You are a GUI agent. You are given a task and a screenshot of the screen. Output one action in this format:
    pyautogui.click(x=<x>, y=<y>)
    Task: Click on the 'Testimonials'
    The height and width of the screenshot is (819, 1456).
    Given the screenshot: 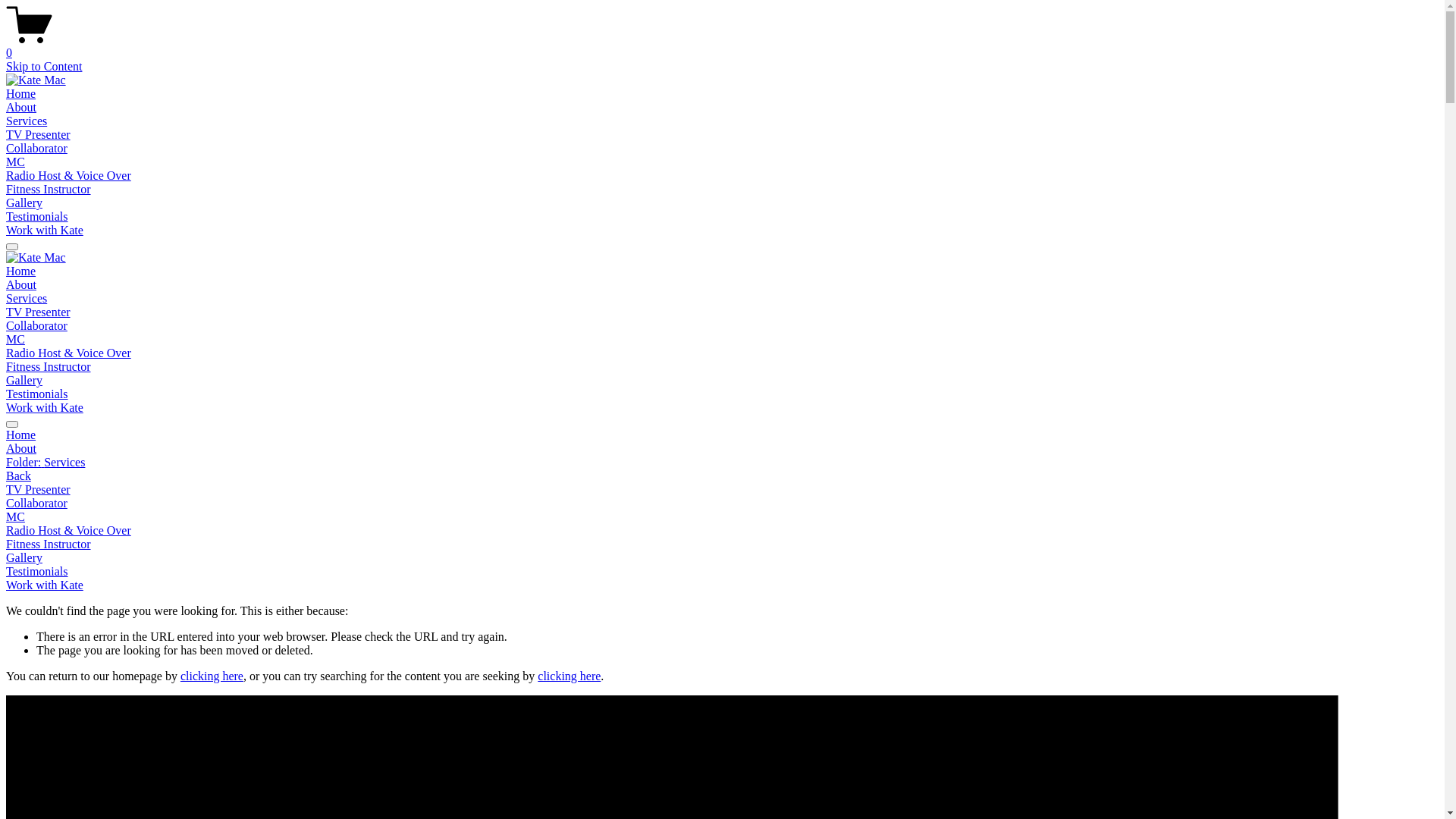 What is the action you would take?
    pyautogui.click(x=36, y=393)
    